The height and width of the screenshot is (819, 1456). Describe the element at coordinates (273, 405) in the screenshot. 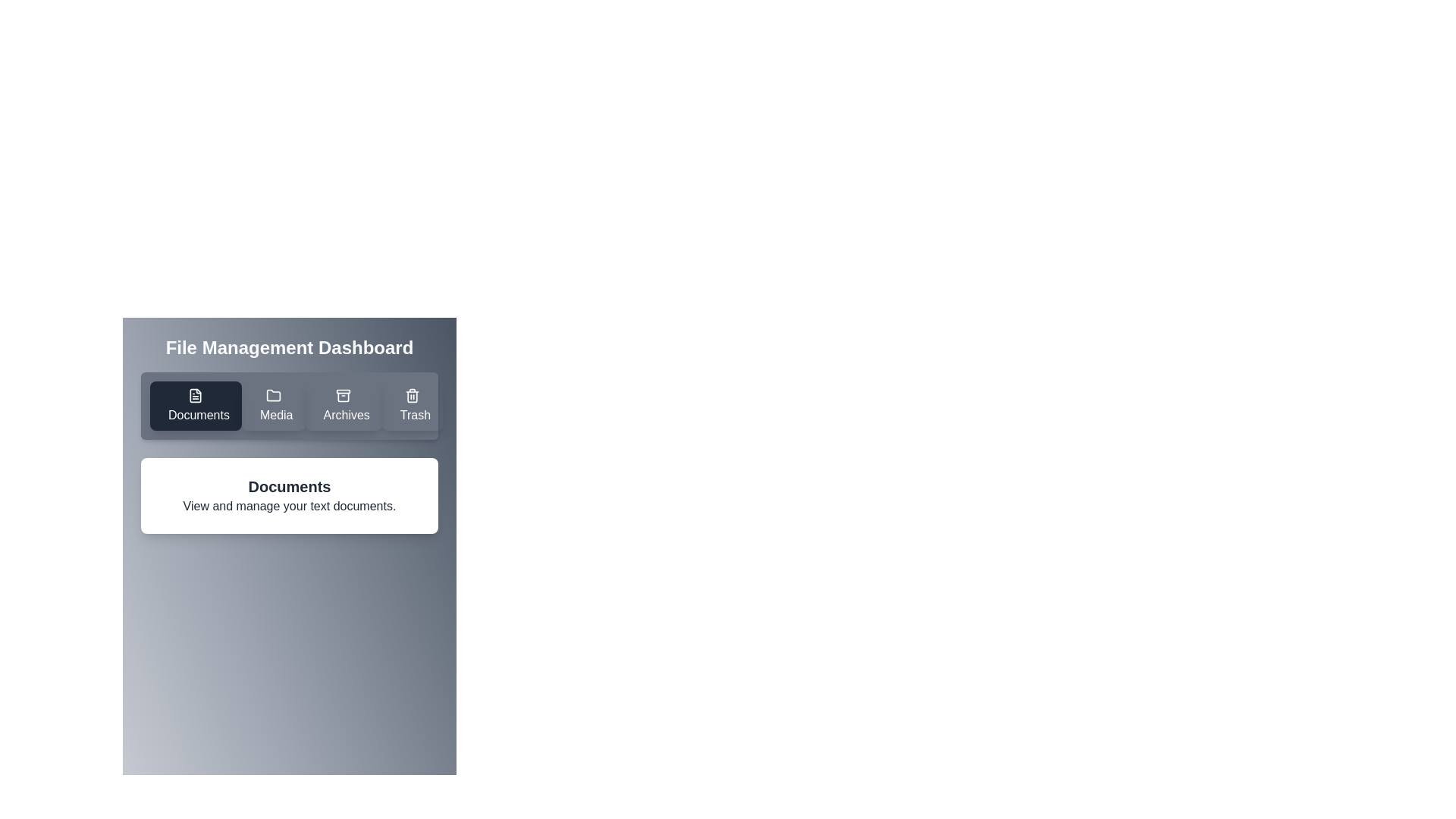

I see `the Media tab by clicking on its button` at that location.